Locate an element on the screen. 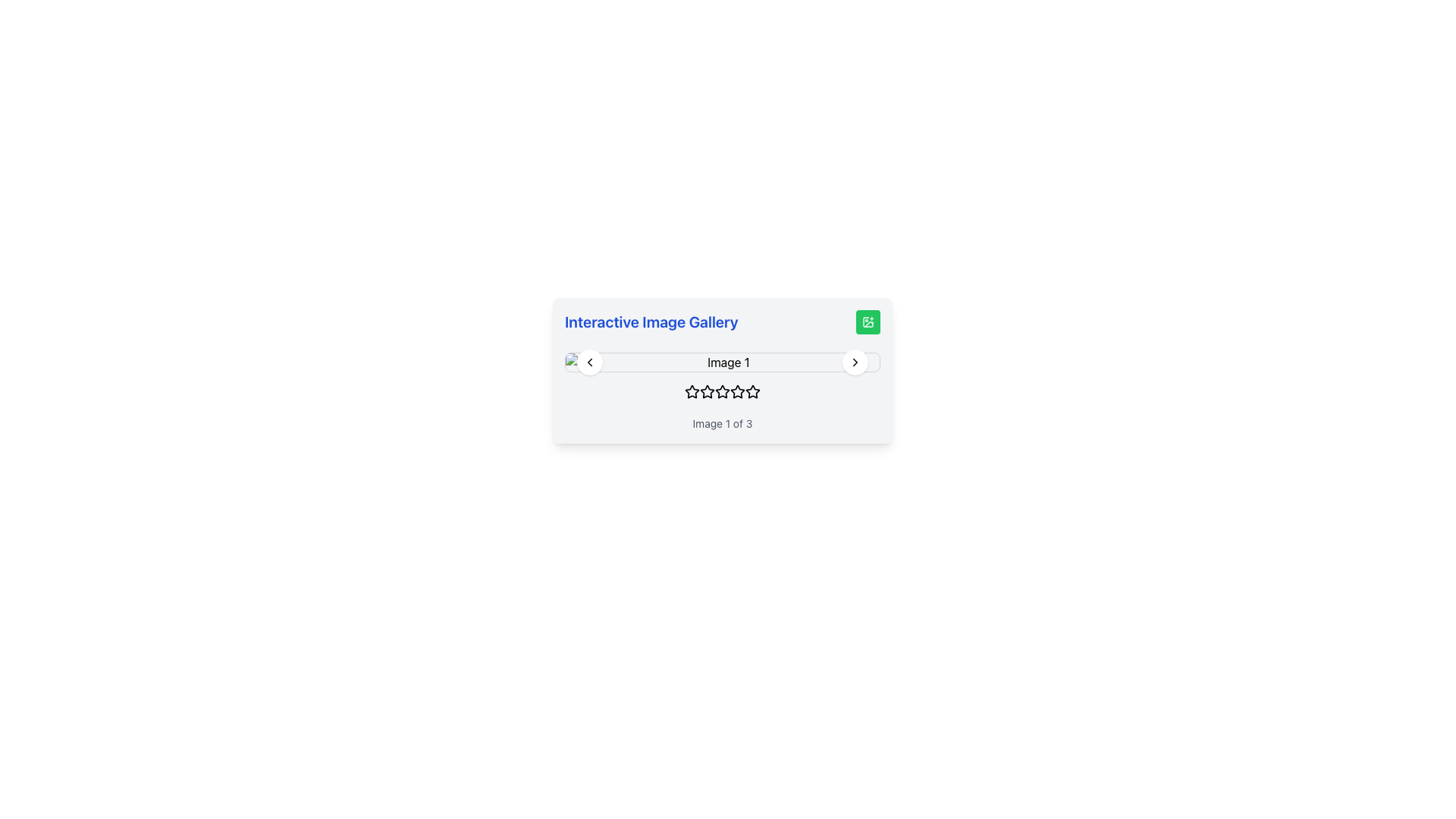 Image resolution: width=1456 pixels, height=819 pixels. the third star icon in the 5-star rating system, which is located near the bottom center of the card is located at coordinates (722, 391).